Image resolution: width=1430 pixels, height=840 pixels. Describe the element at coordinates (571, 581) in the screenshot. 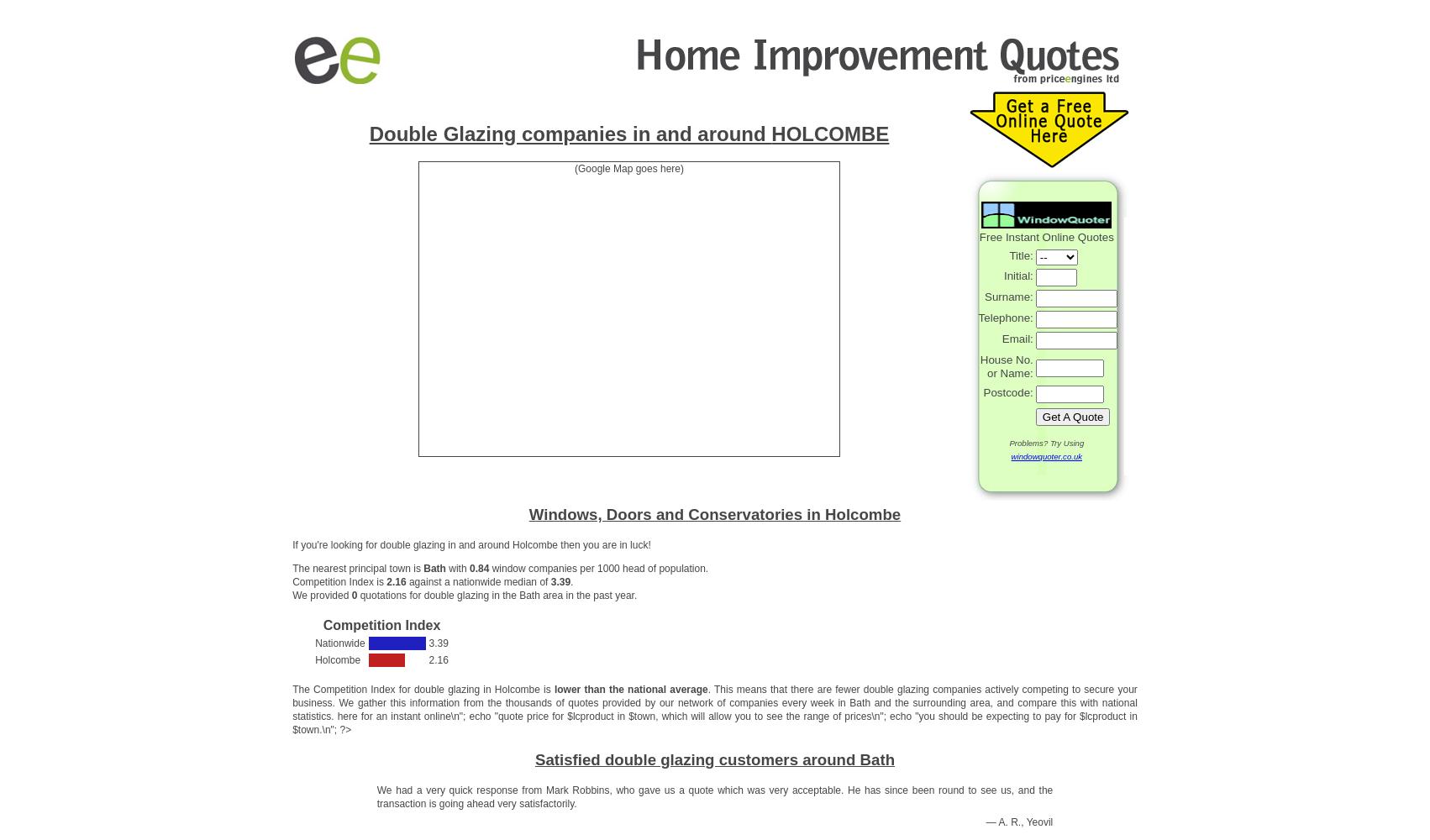

I see `'.'` at that location.